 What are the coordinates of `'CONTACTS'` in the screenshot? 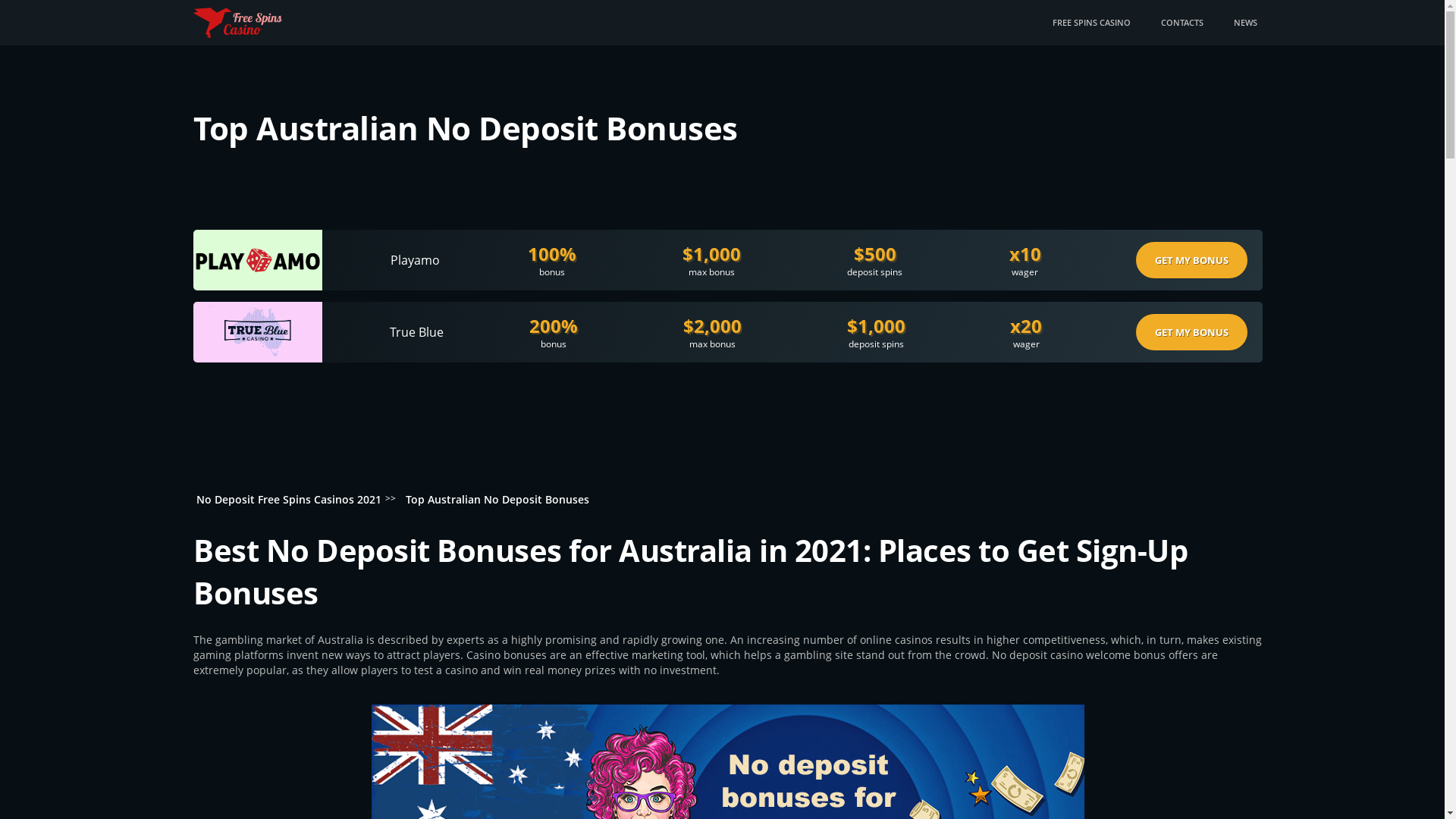 It's located at (1159, 23).